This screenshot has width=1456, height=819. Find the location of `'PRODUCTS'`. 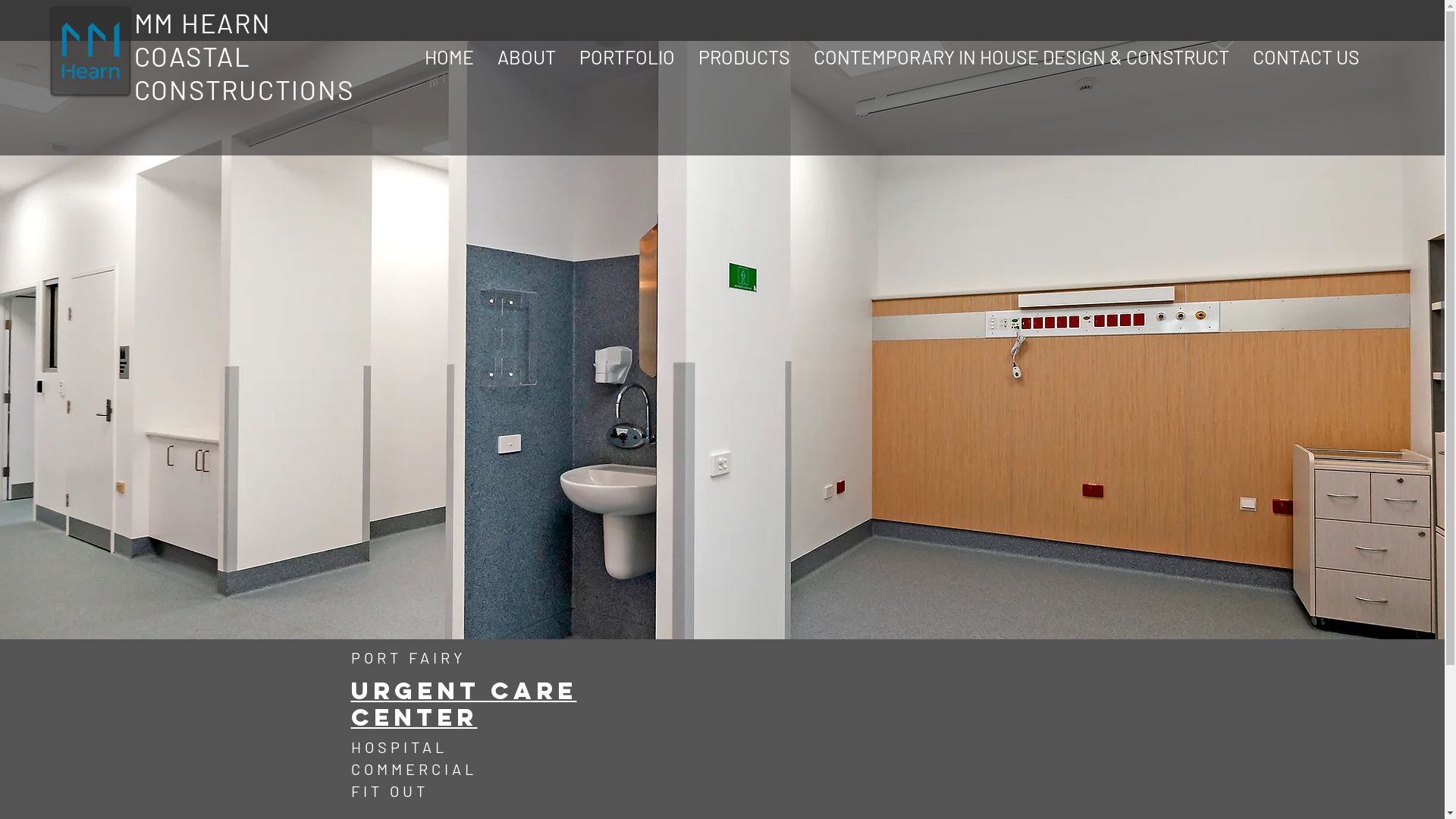

'PRODUCTS' is located at coordinates (745, 55).